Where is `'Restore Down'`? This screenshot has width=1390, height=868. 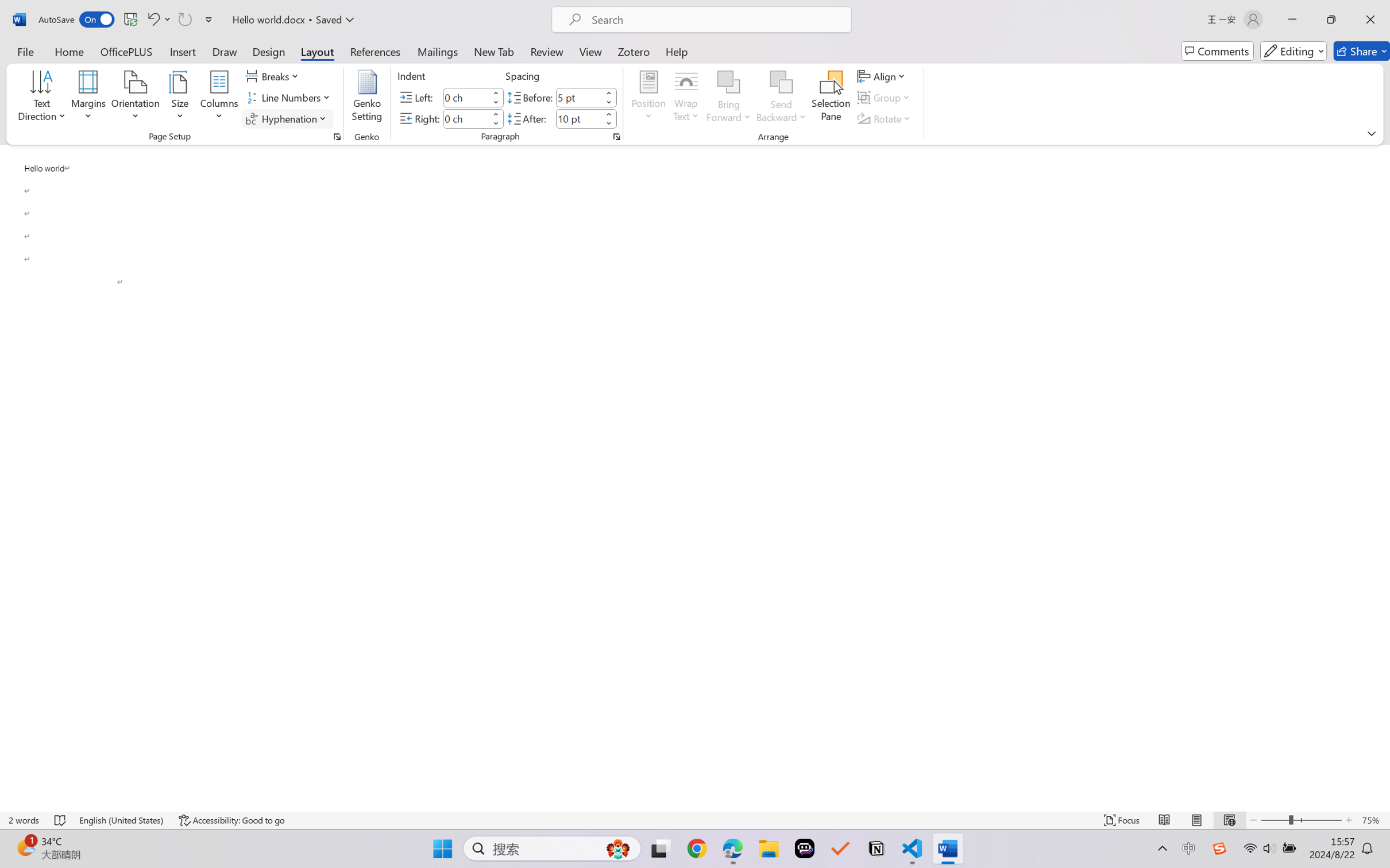
'Restore Down' is located at coordinates (1331, 19).